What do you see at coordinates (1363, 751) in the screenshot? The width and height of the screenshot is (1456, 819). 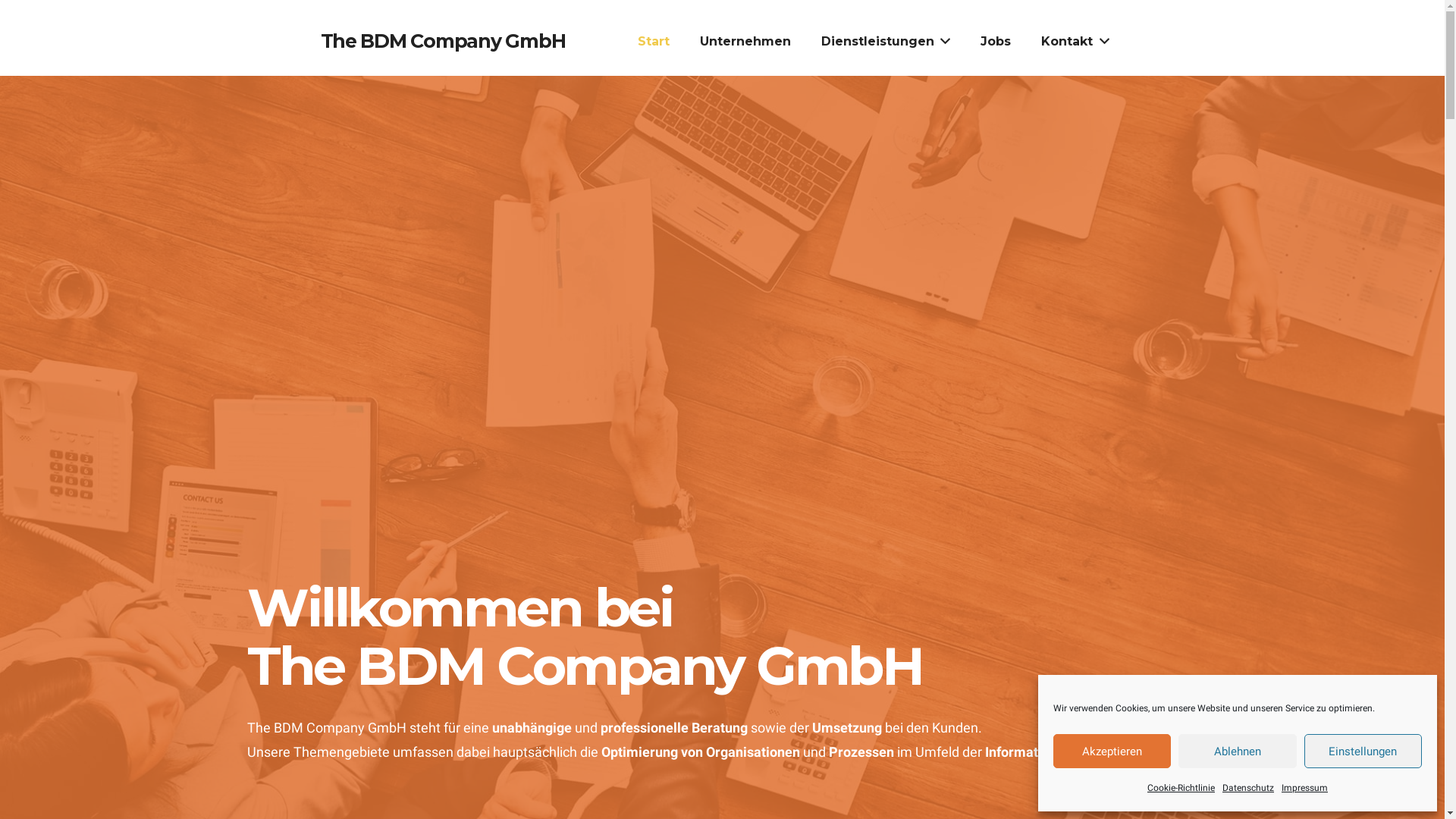 I see `'Einstellungen'` at bounding box center [1363, 751].